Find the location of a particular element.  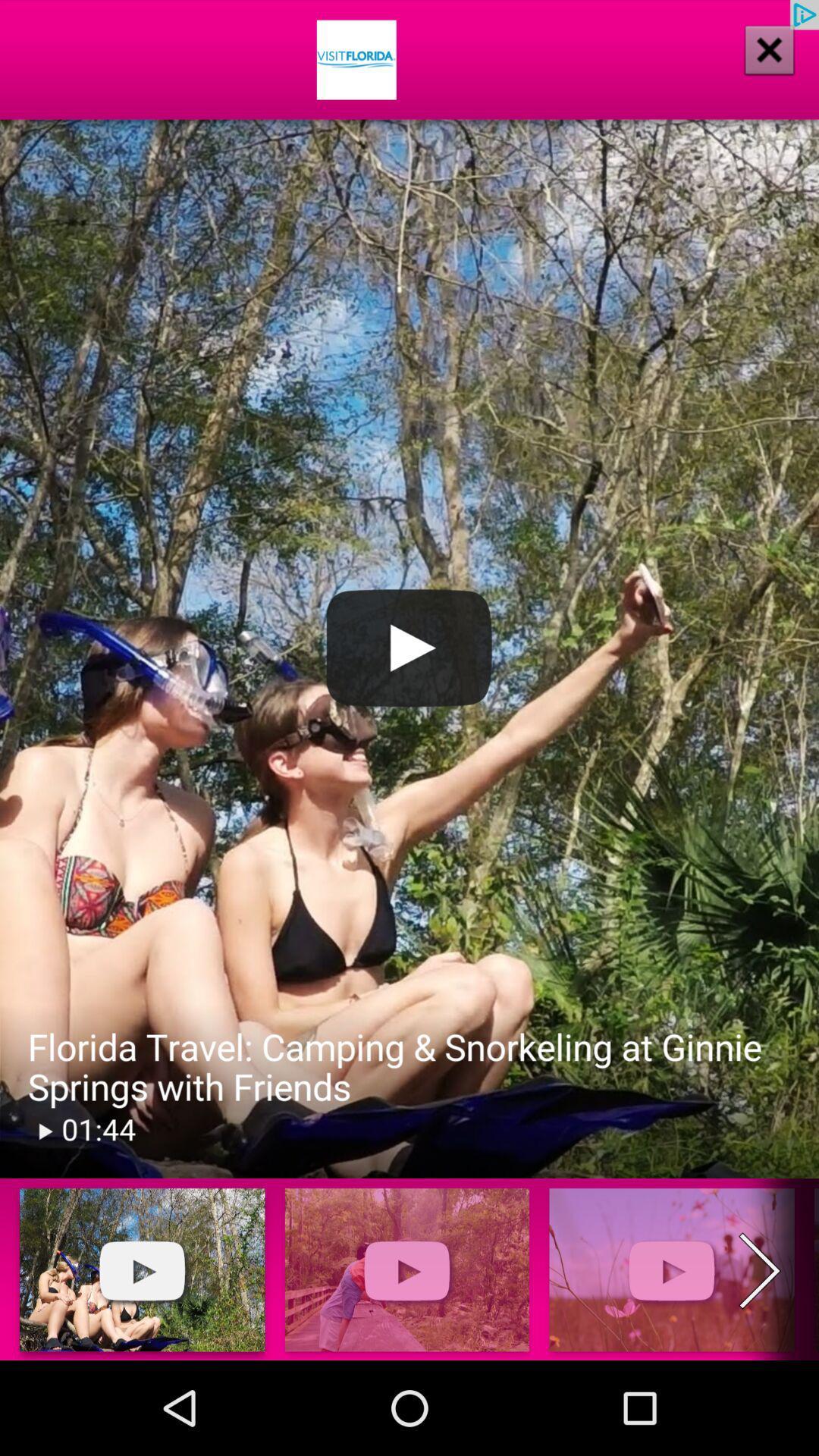

the close icon is located at coordinates (769, 53).